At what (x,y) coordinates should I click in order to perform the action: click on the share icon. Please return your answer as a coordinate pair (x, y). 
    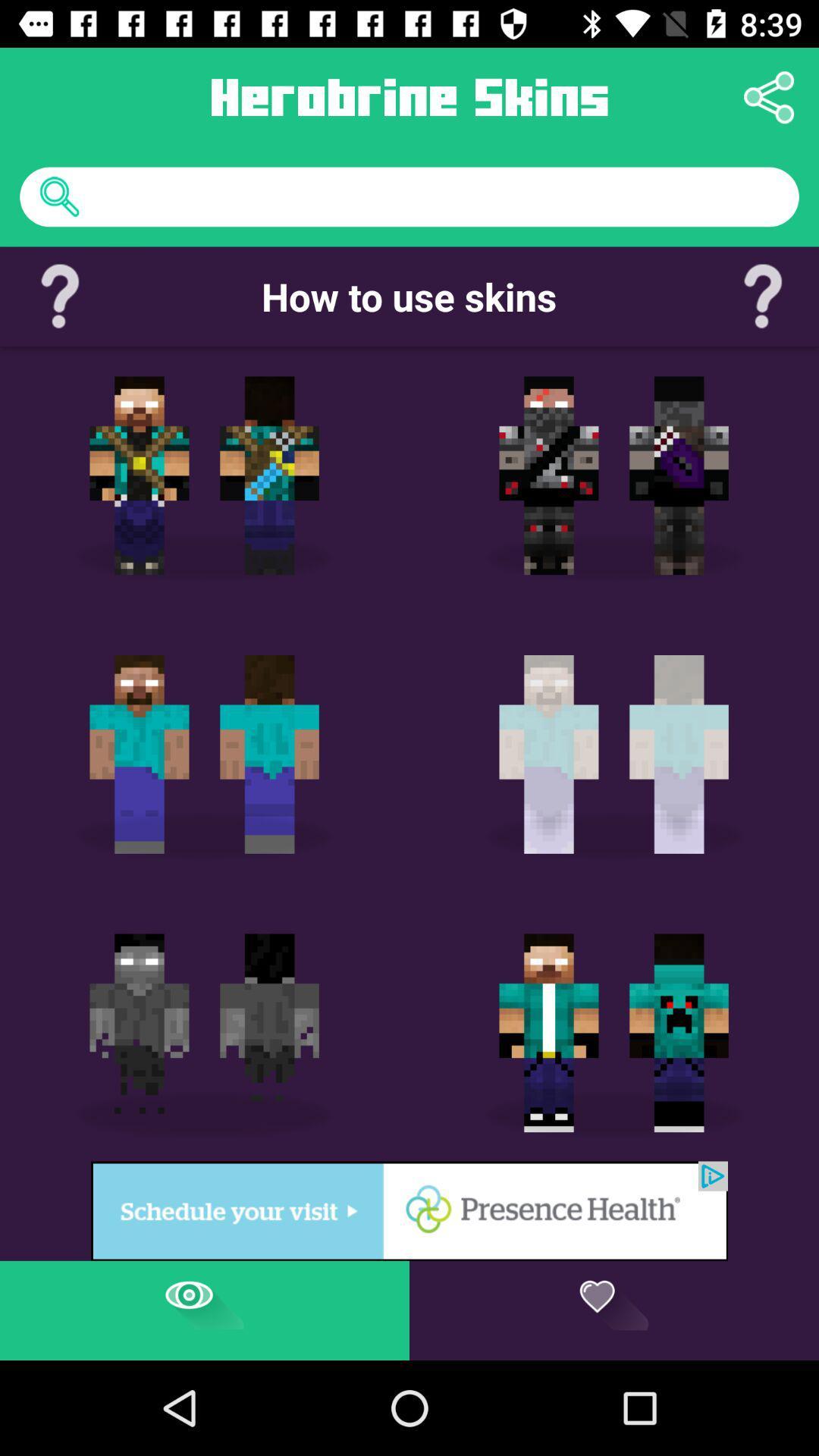
    Looking at the image, I should click on (769, 96).